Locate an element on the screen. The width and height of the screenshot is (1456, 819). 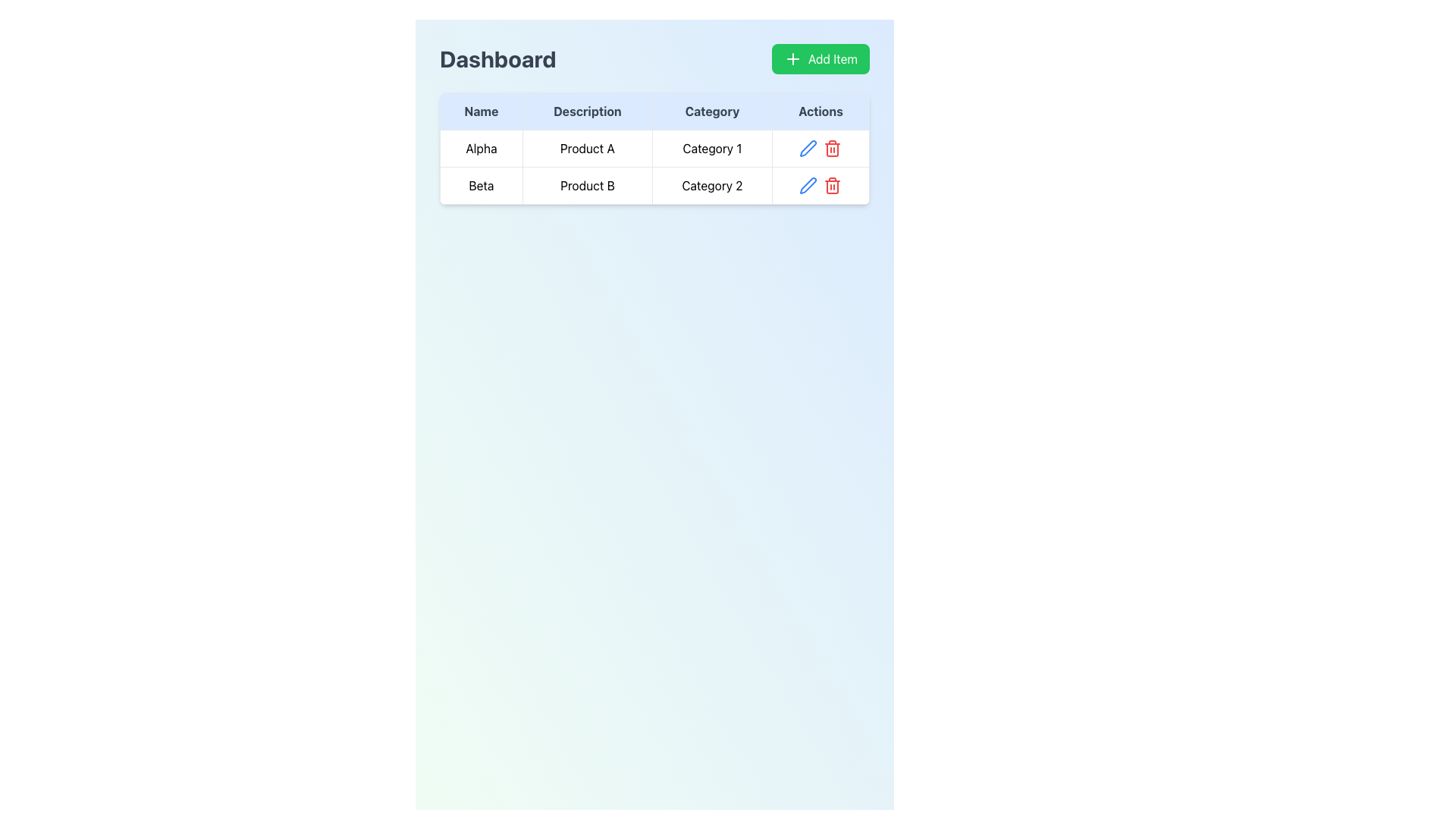
text content of the Text Label displaying 'Product A', located in the second column of the first row of a table-like structure is located at coordinates (586, 149).